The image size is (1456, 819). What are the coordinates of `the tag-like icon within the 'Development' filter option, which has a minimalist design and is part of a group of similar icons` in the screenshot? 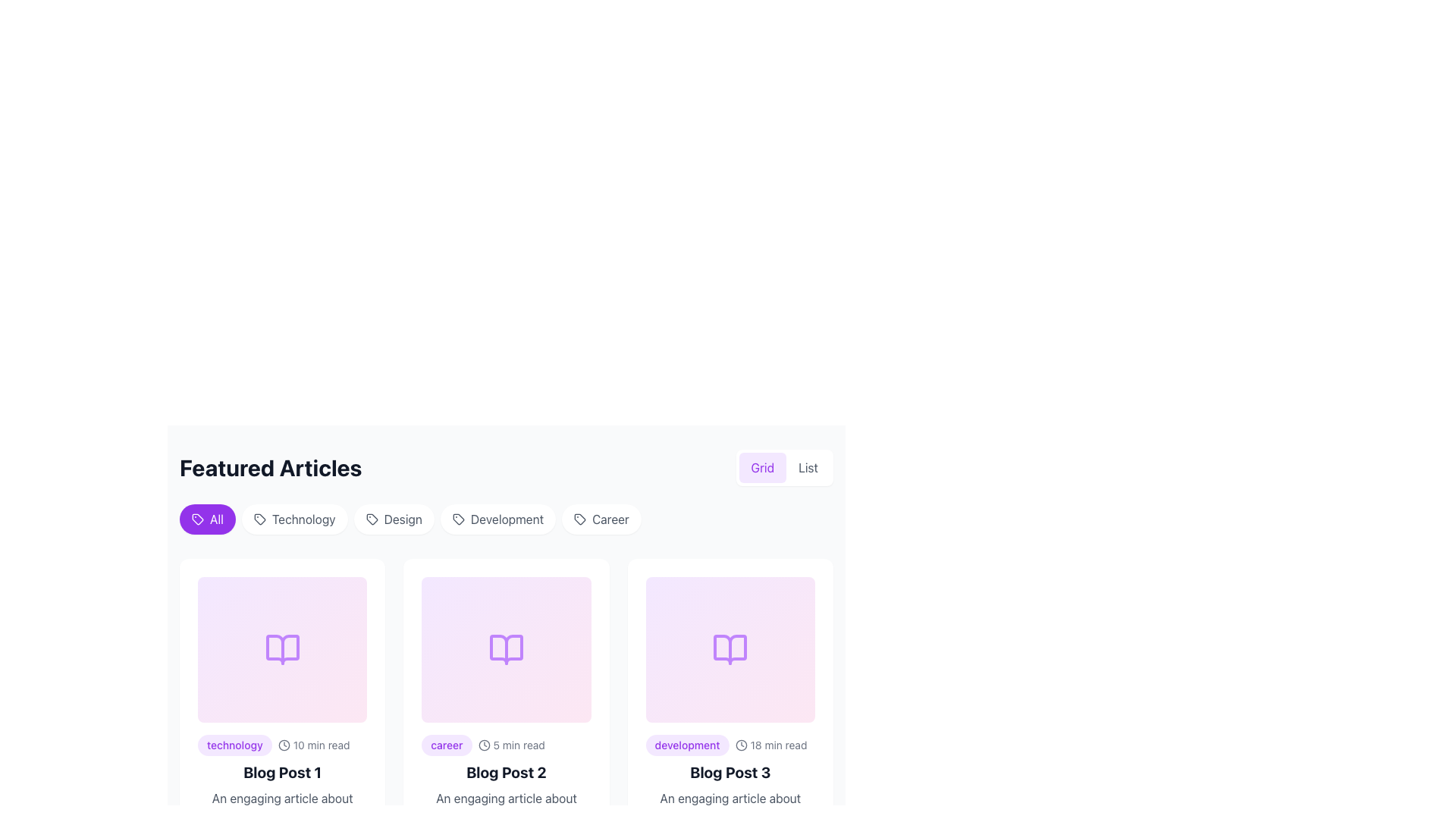 It's located at (457, 519).